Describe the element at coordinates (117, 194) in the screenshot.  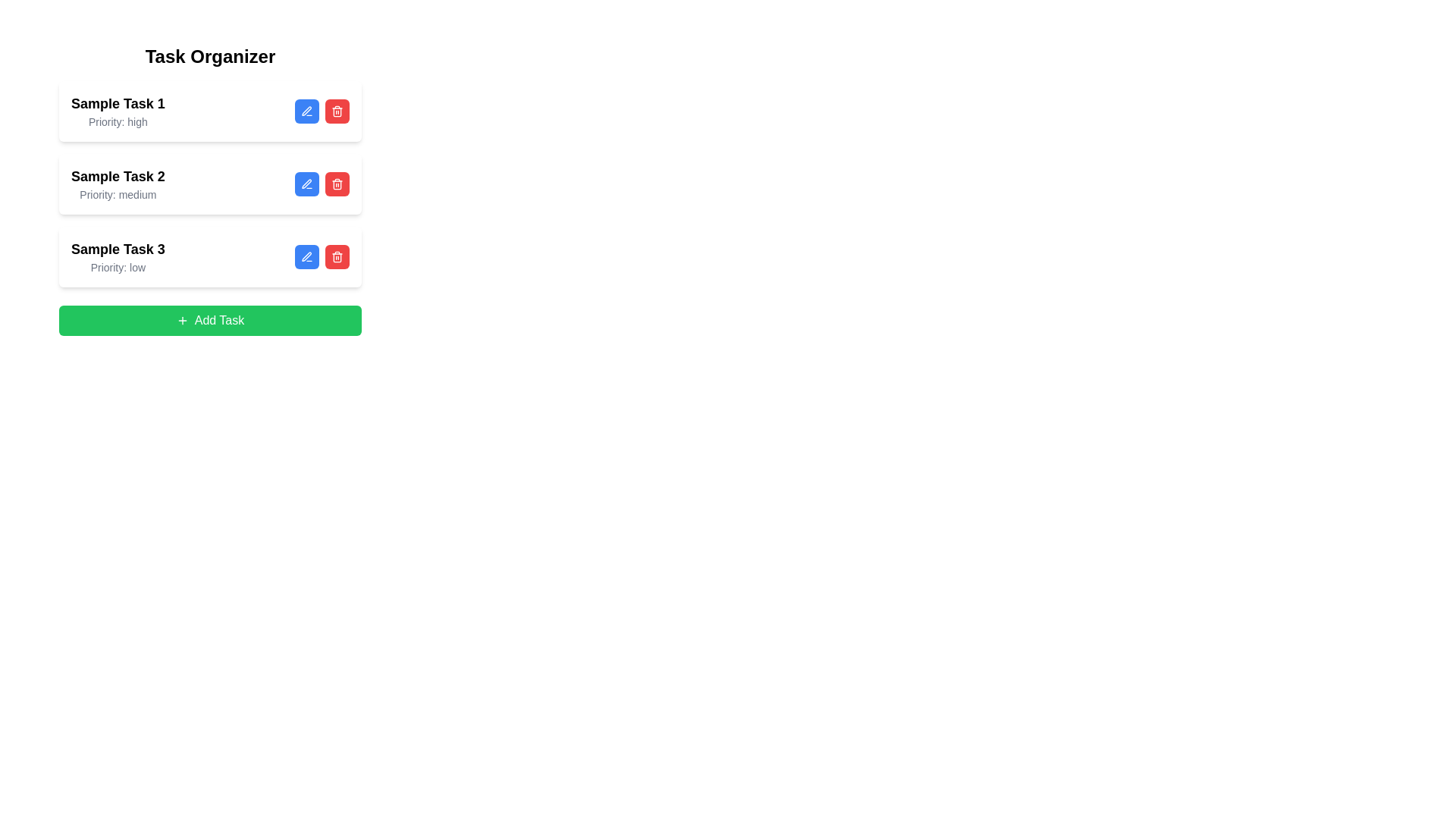
I see `informational text label displaying the priority level for 'Sample Task 2', located directly below the title within the task card layout` at that location.